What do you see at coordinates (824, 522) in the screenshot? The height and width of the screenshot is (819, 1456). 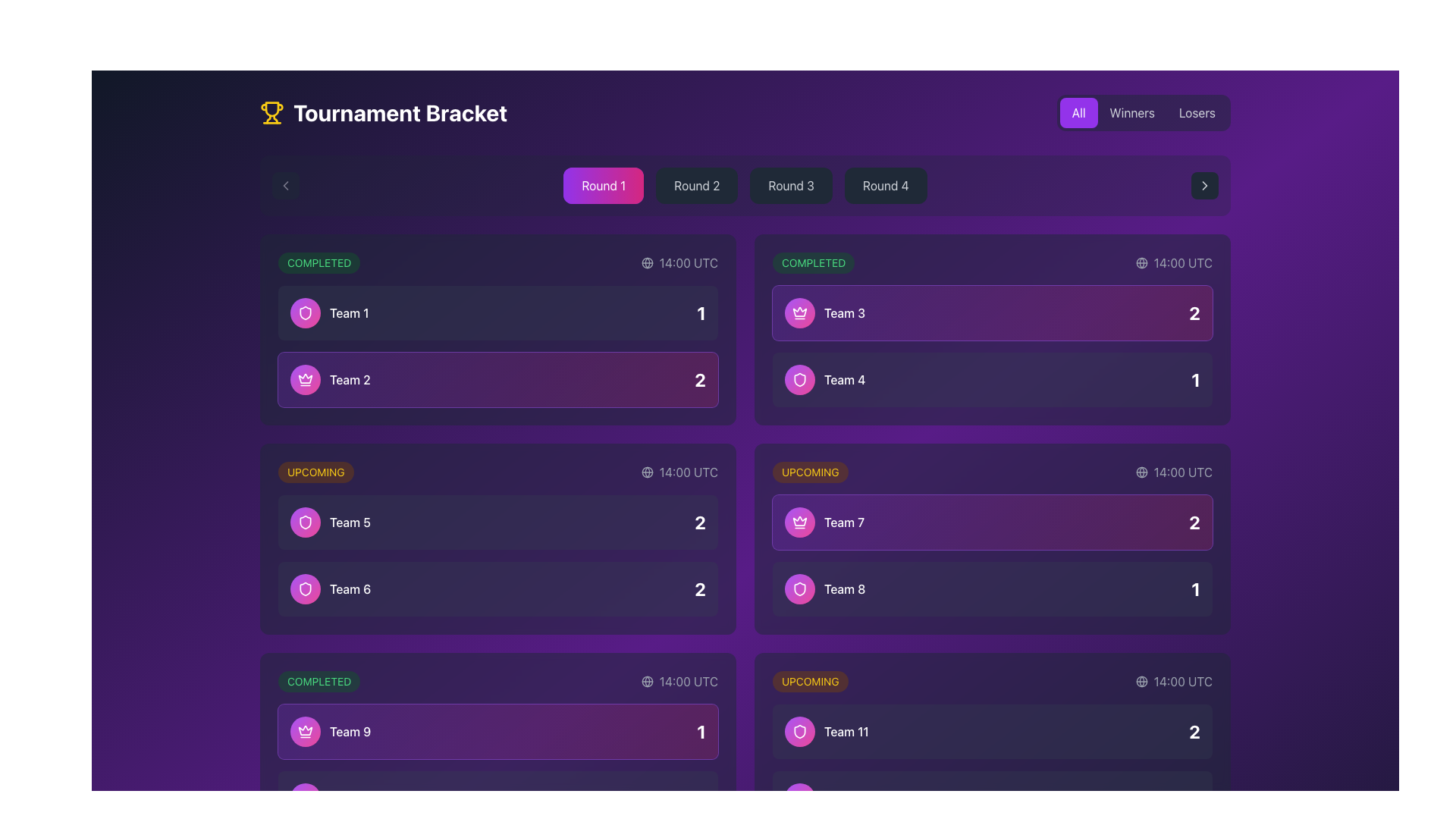 I see `text of the 'Team 7' label, which is styled with white font and positioned adjacent to a circular gradient icon with a crown symbol, within a card that has a purple gradient background` at bounding box center [824, 522].